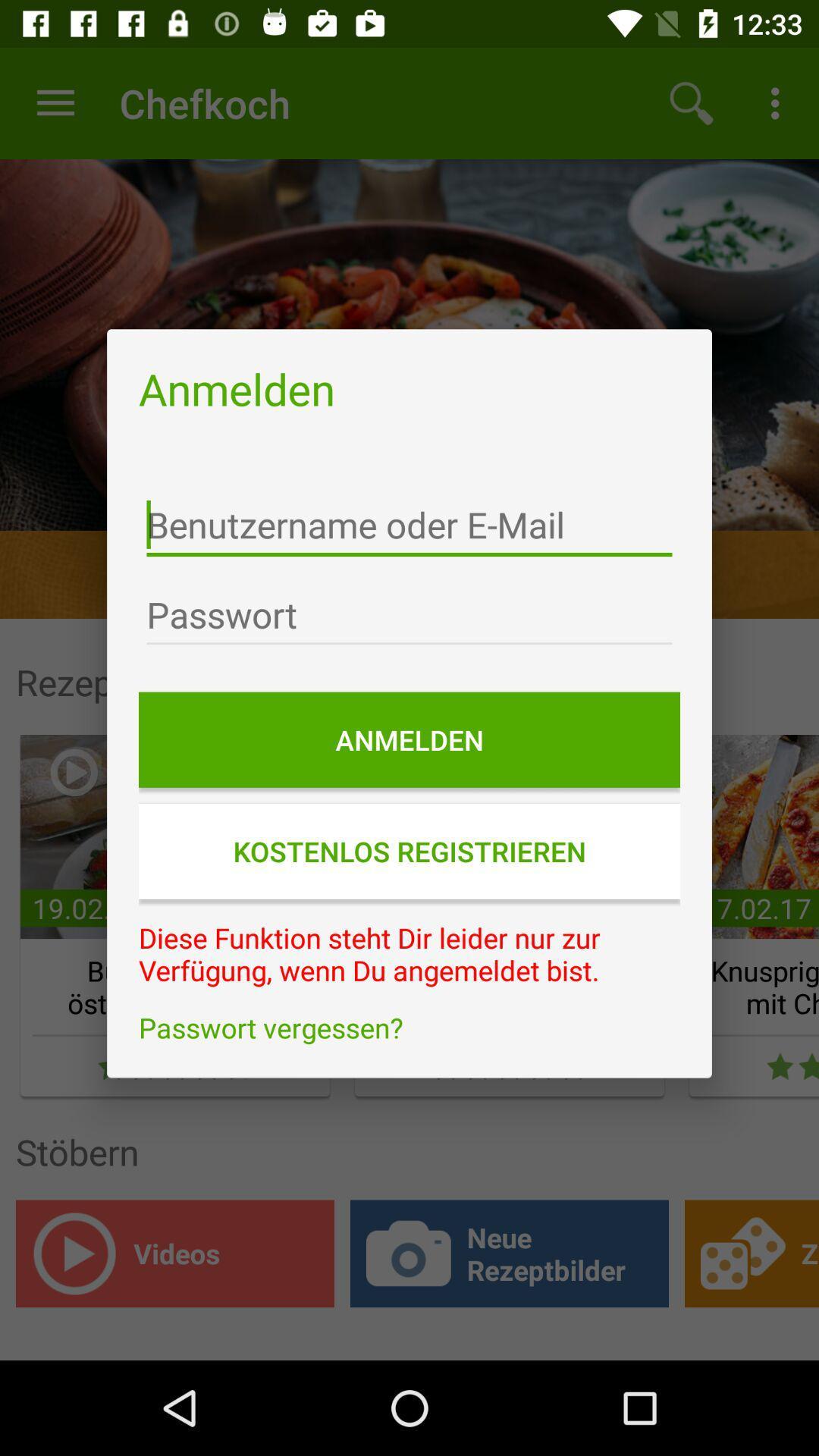  I want to click on email field, so click(409, 525).